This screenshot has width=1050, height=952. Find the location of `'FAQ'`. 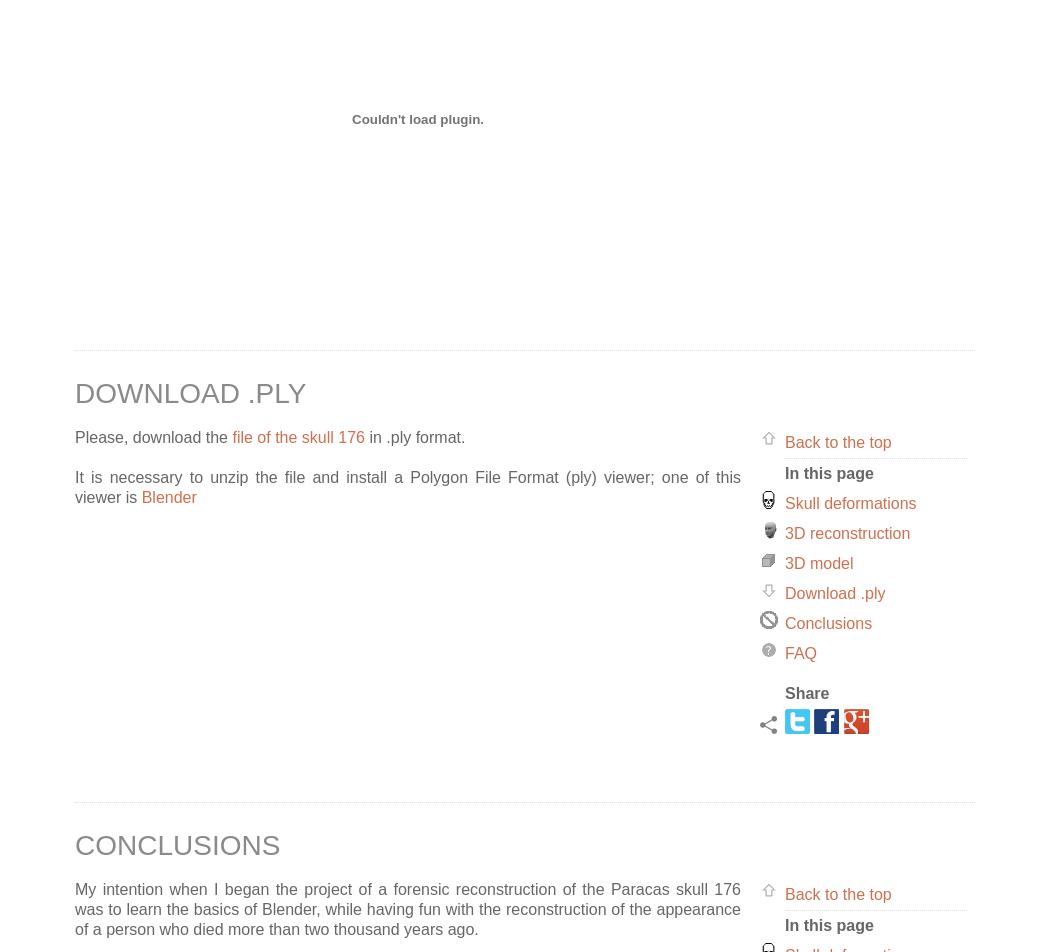

'FAQ' is located at coordinates (784, 652).